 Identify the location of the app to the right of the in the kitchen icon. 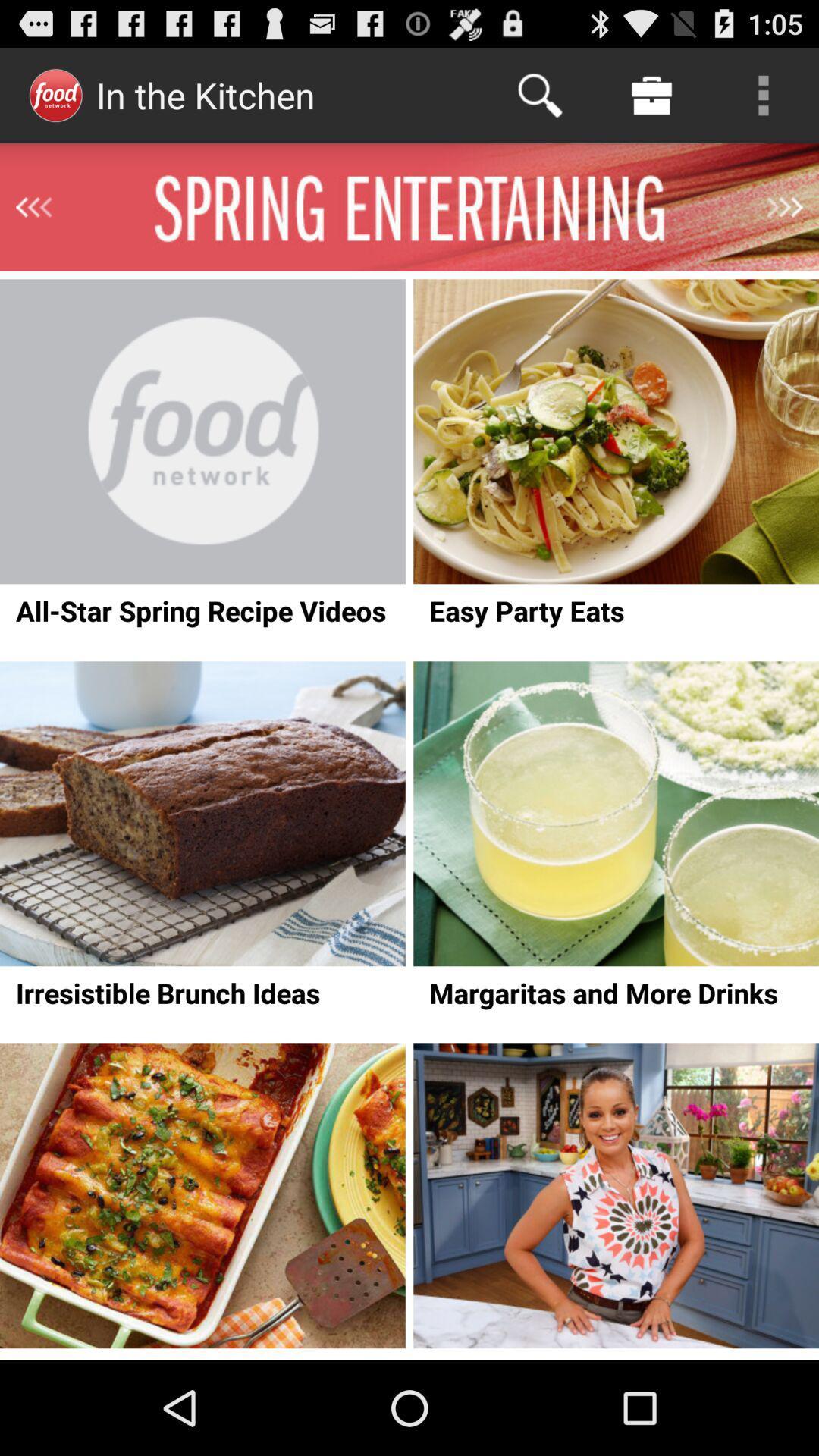
(539, 94).